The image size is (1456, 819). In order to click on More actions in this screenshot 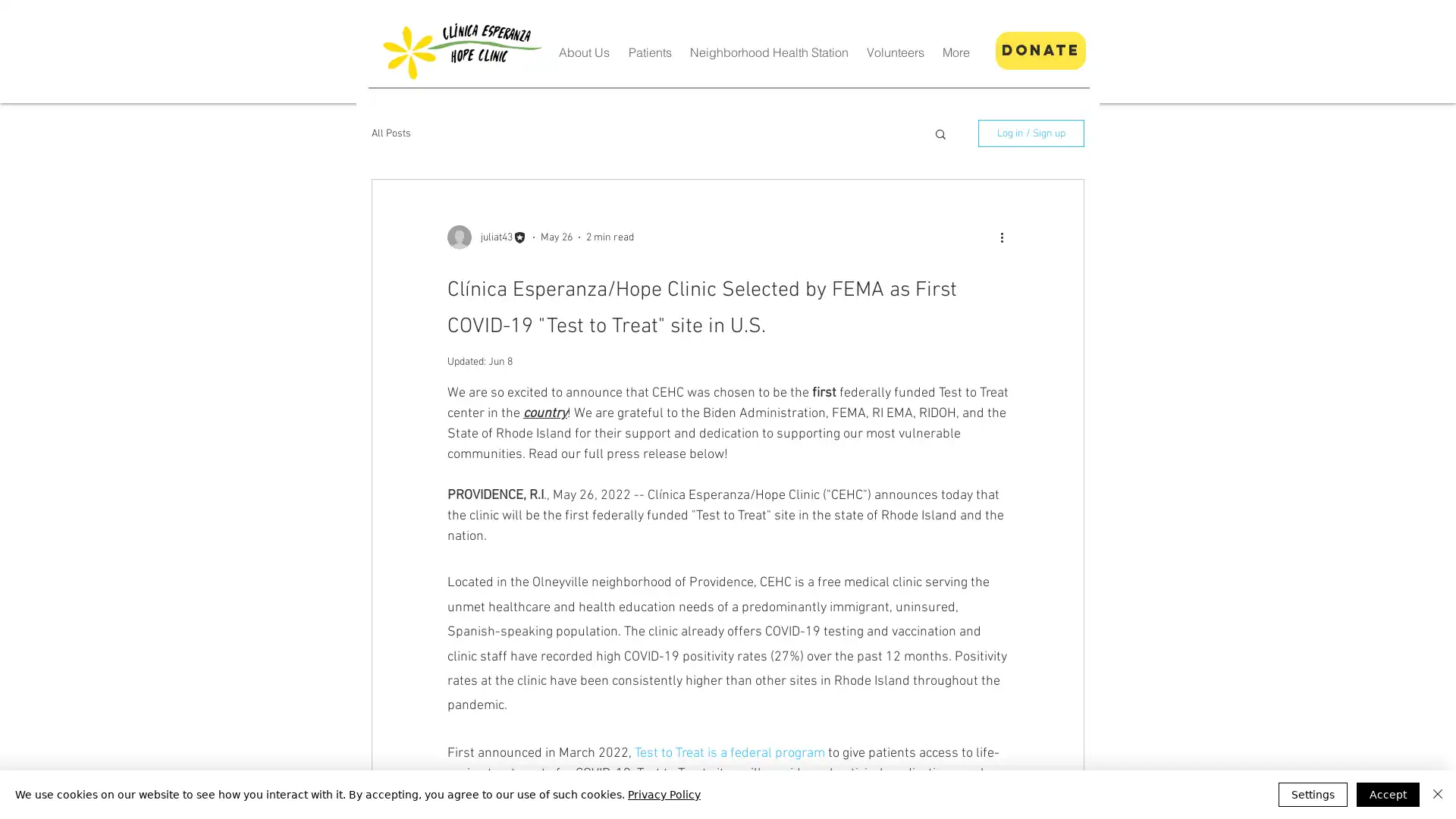, I will do `click(1006, 237)`.